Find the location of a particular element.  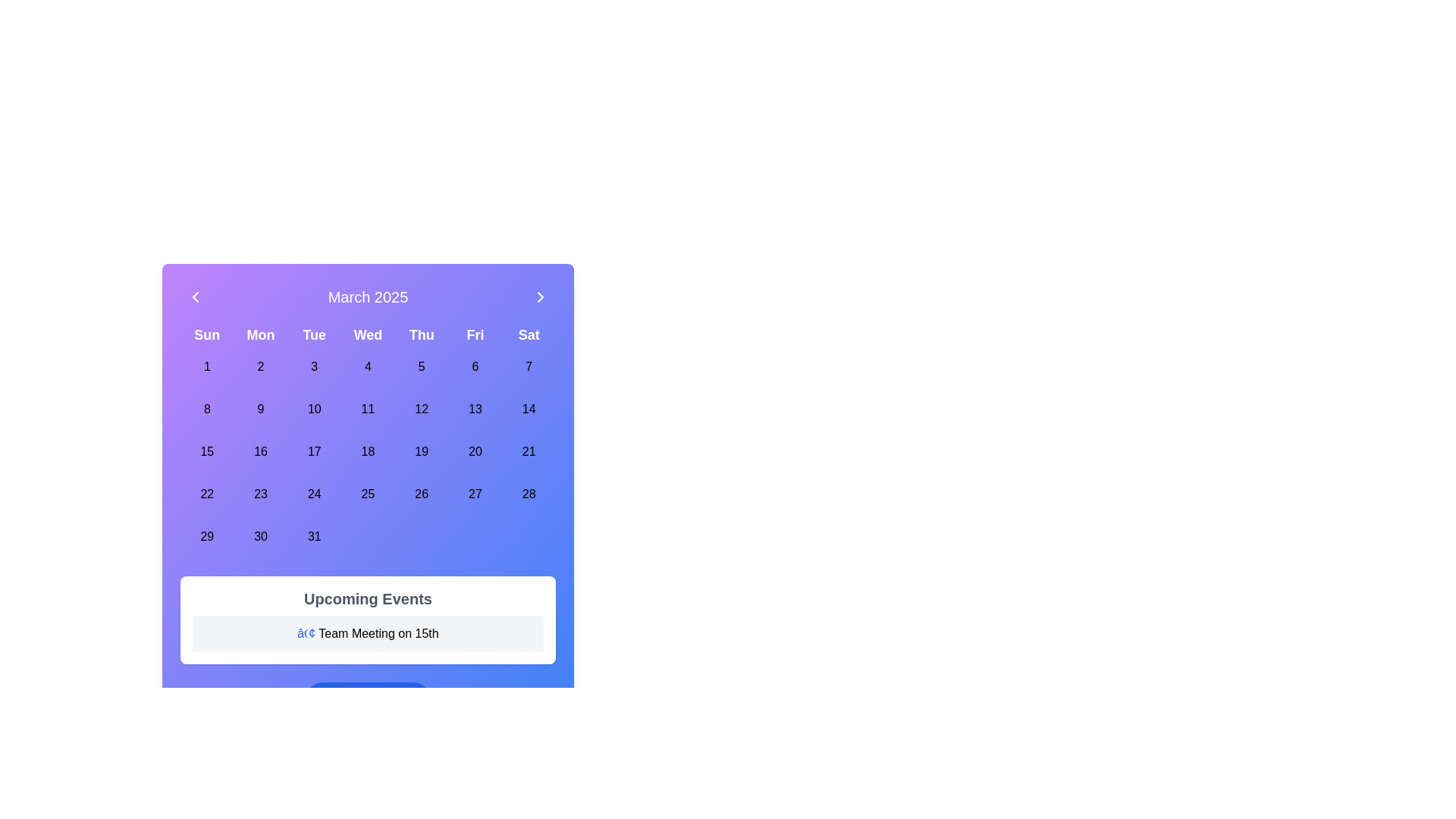

the circular button labeled '4' located in the fourth column under 'Wed' in the first week of the displayed calendar to activate its hover effects is located at coordinates (368, 366).